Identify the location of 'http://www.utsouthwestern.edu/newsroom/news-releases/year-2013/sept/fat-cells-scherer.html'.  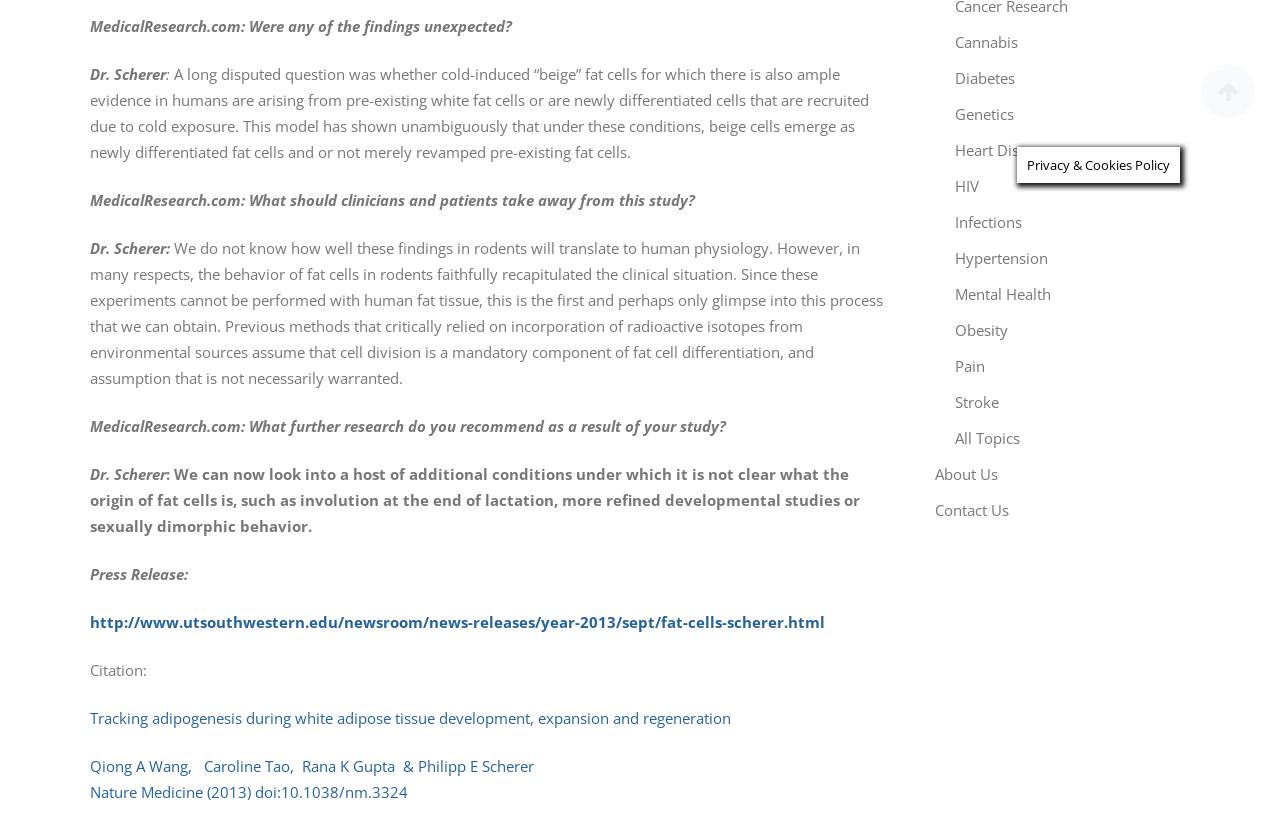
(456, 621).